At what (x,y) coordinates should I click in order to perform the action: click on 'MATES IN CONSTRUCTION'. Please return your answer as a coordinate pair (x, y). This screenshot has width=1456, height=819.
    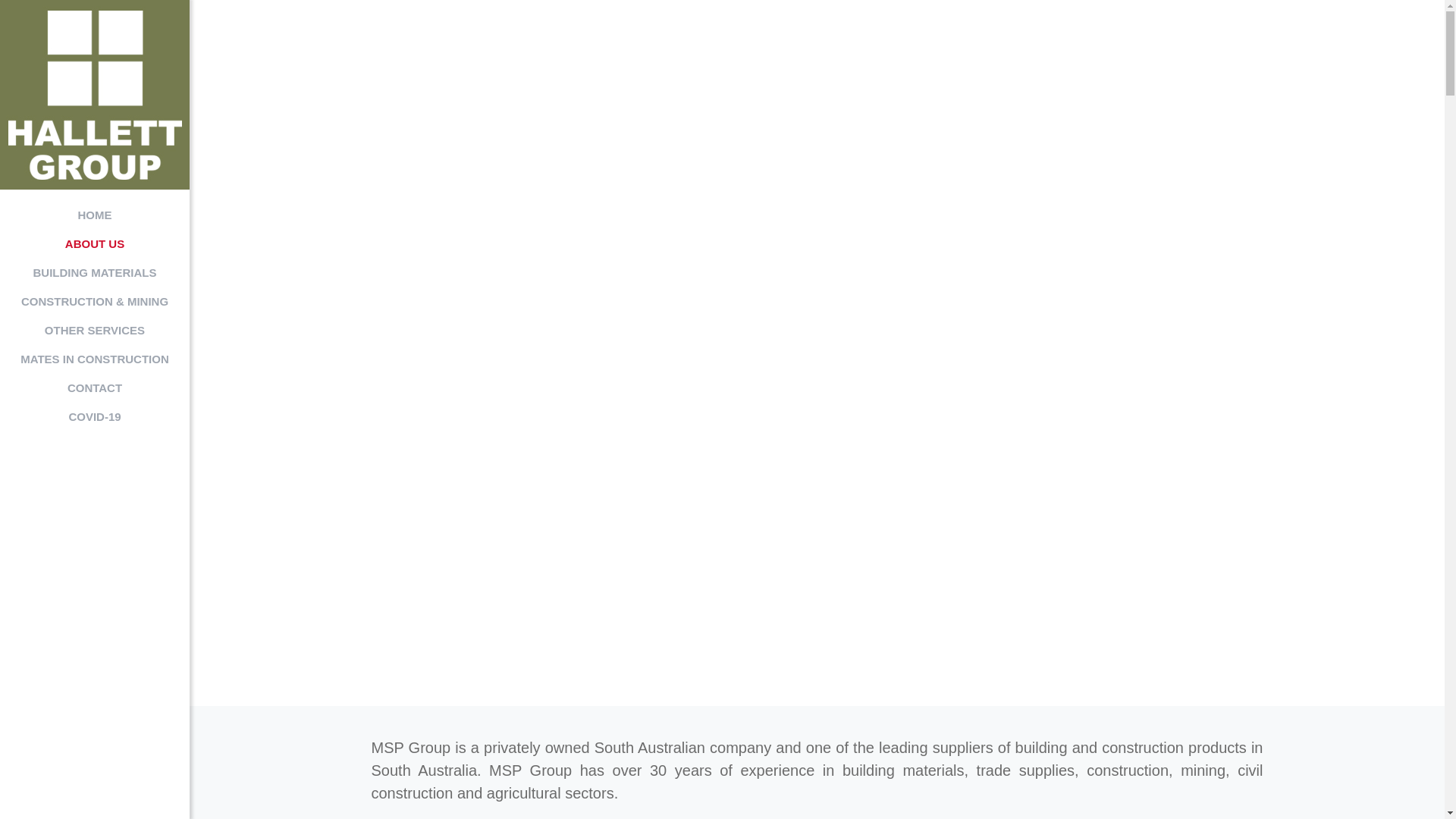
    Looking at the image, I should click on (0, 359).